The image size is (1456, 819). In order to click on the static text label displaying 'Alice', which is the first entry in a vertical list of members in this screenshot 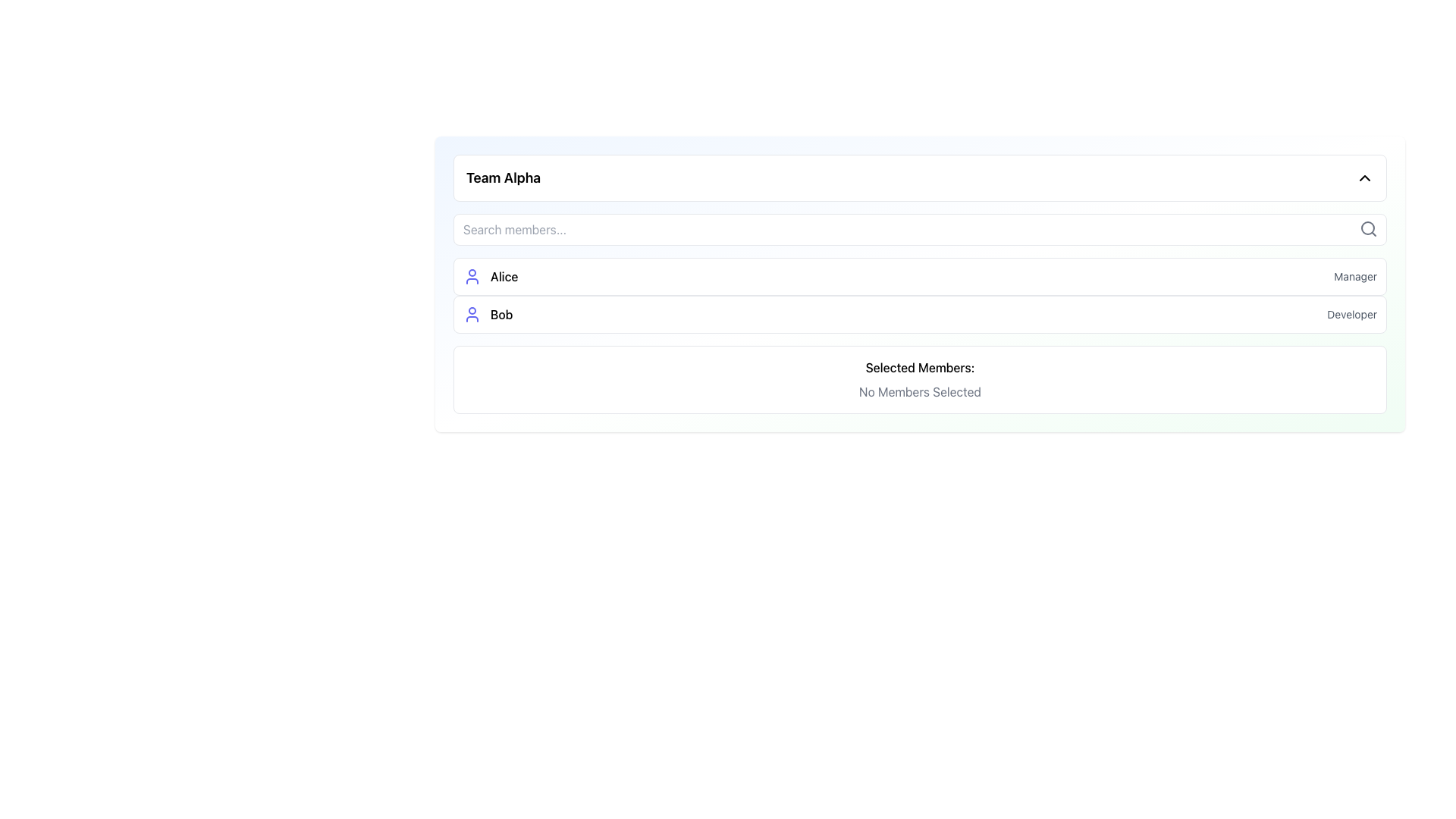, I will do `click(504, 277)`.